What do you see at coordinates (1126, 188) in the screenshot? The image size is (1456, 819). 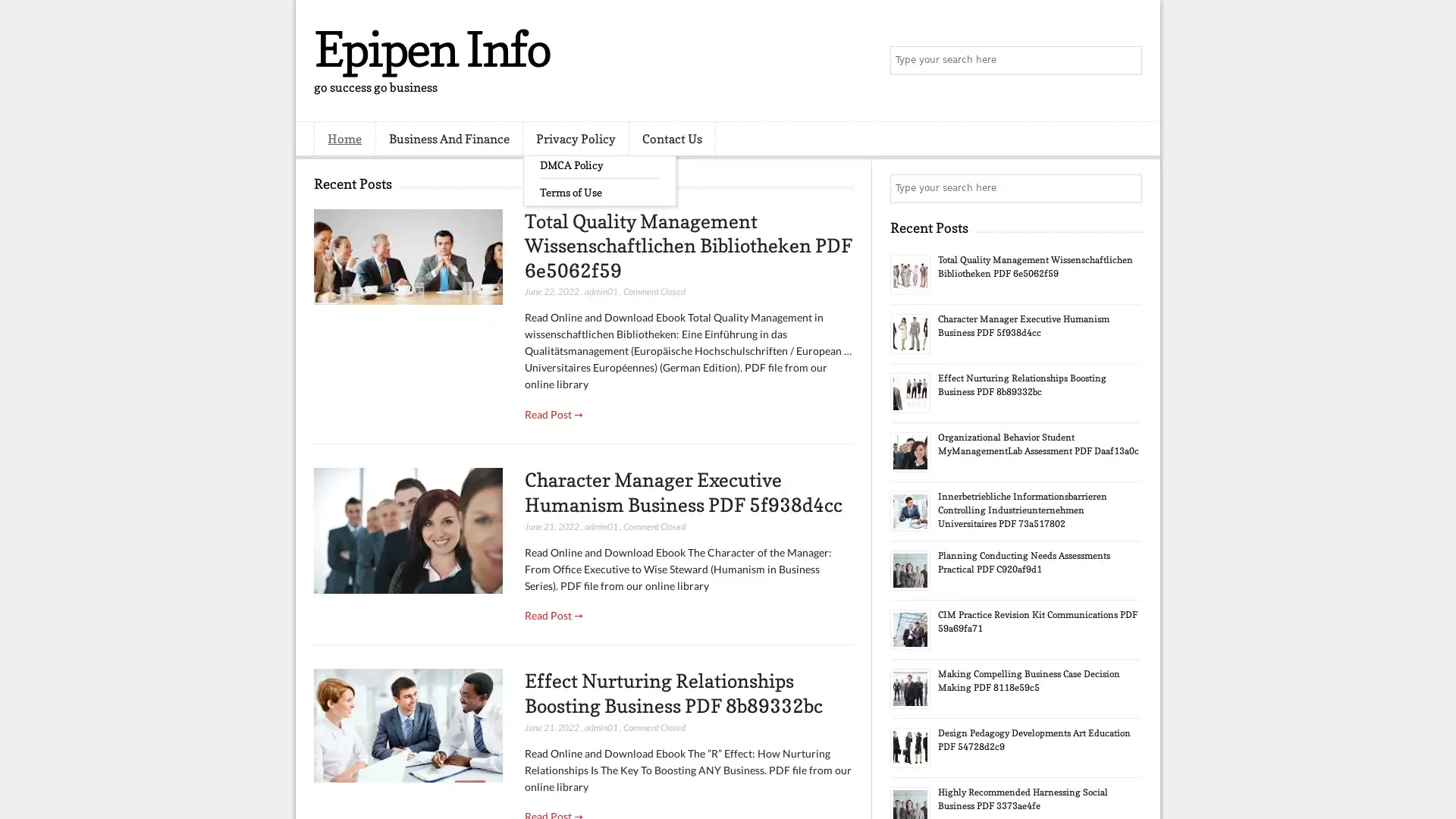 I see `Search` at bounding box center [1126, 188].